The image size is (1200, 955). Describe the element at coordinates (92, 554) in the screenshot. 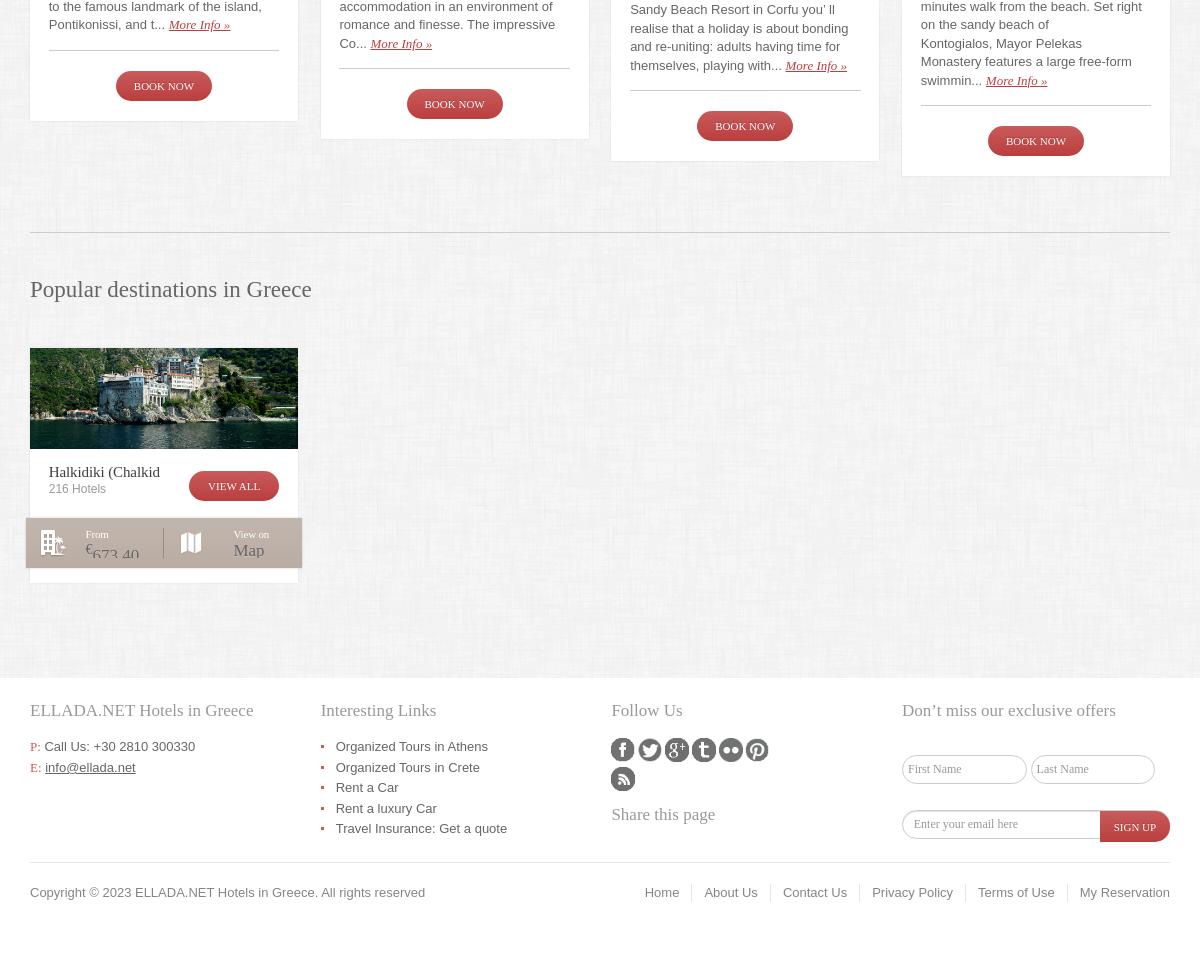

I see `'673.40'` at that location.